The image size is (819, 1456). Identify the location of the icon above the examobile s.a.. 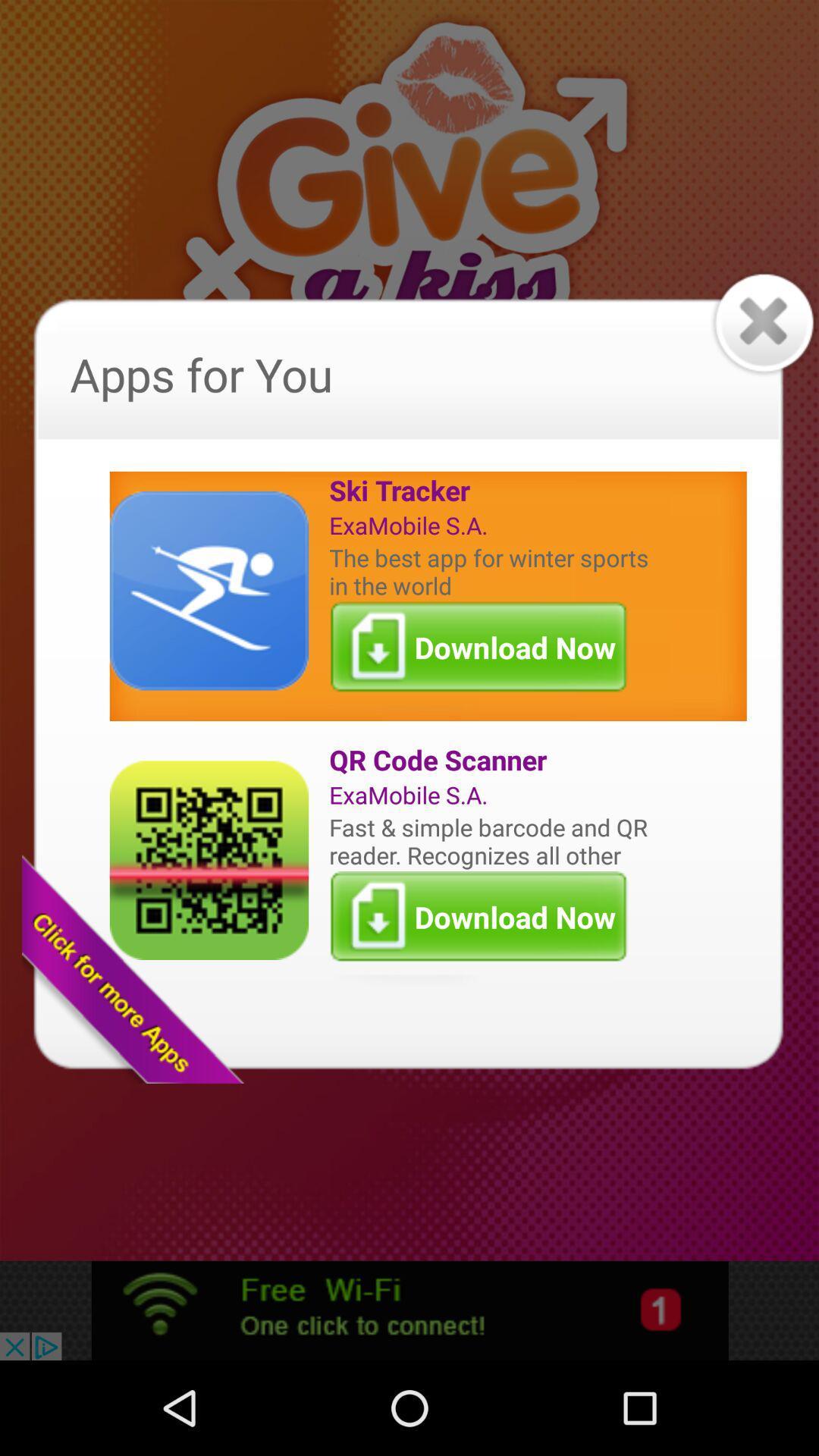
(492, 490).